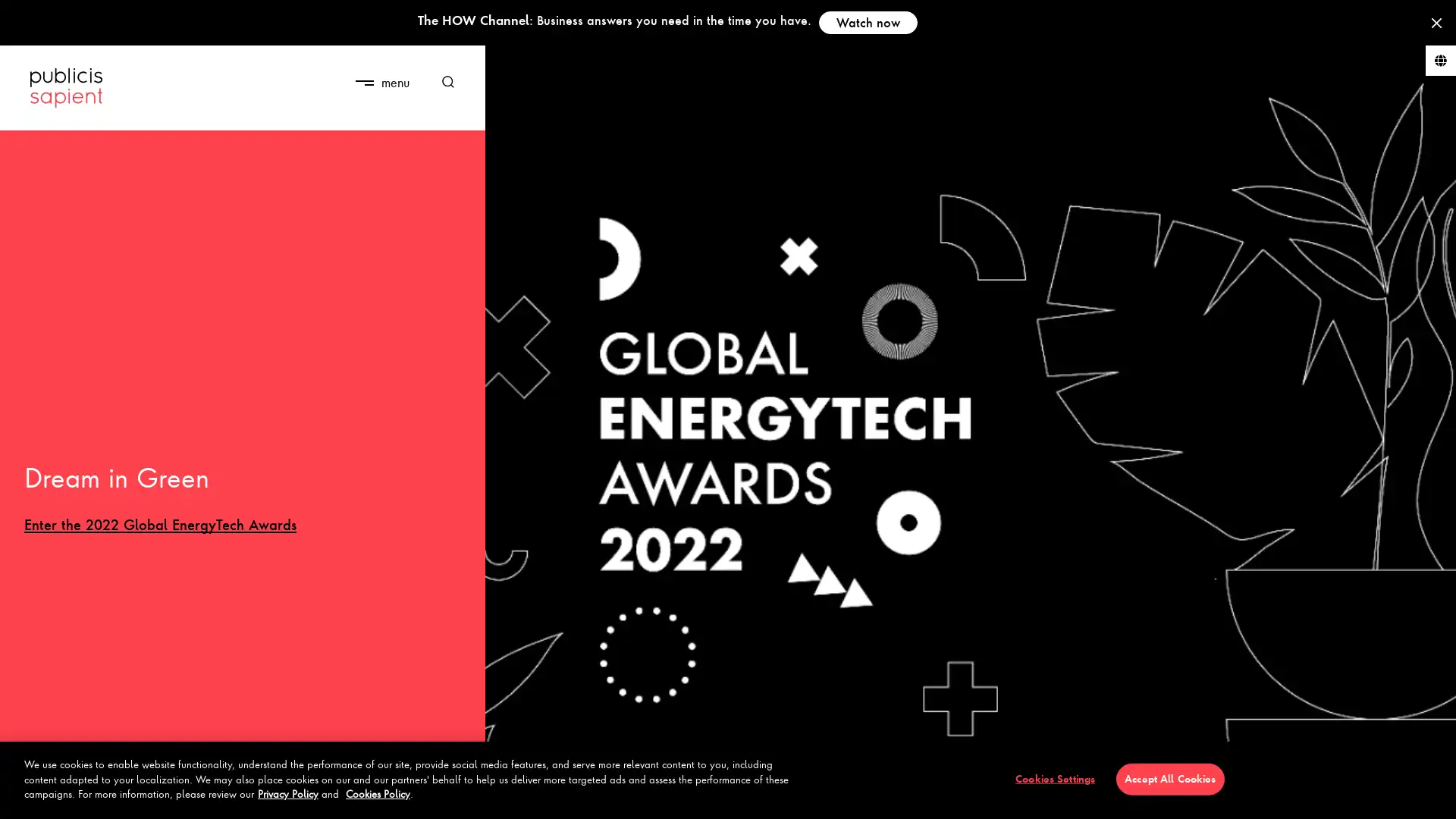 The height and width of the screenshot is (819, 1456). Describe the element at coordinates (112, 798) in the screenshot. I see `Display Slide 4` at that location.